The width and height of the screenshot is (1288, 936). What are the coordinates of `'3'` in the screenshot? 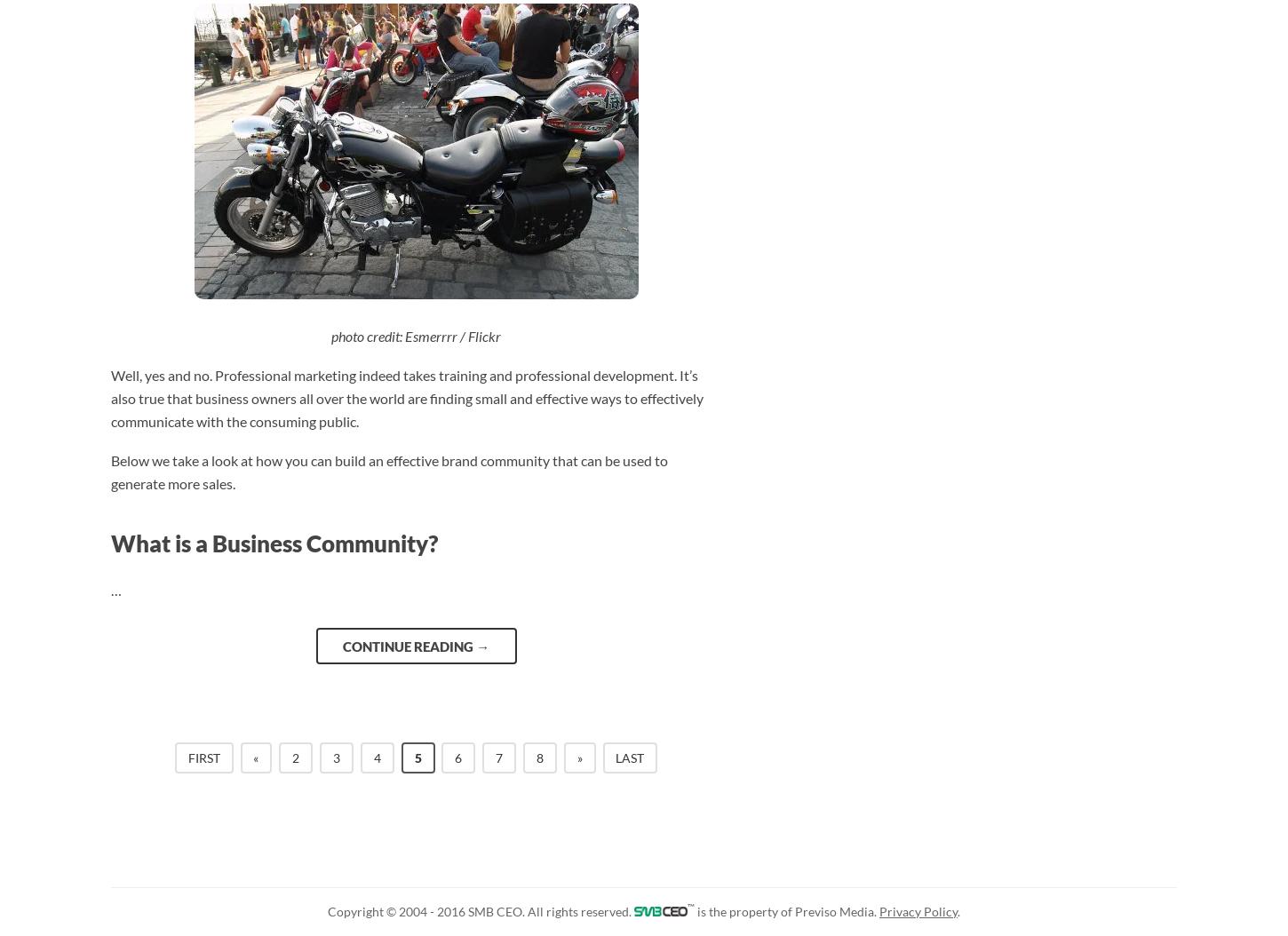 It's located at (336, 757).